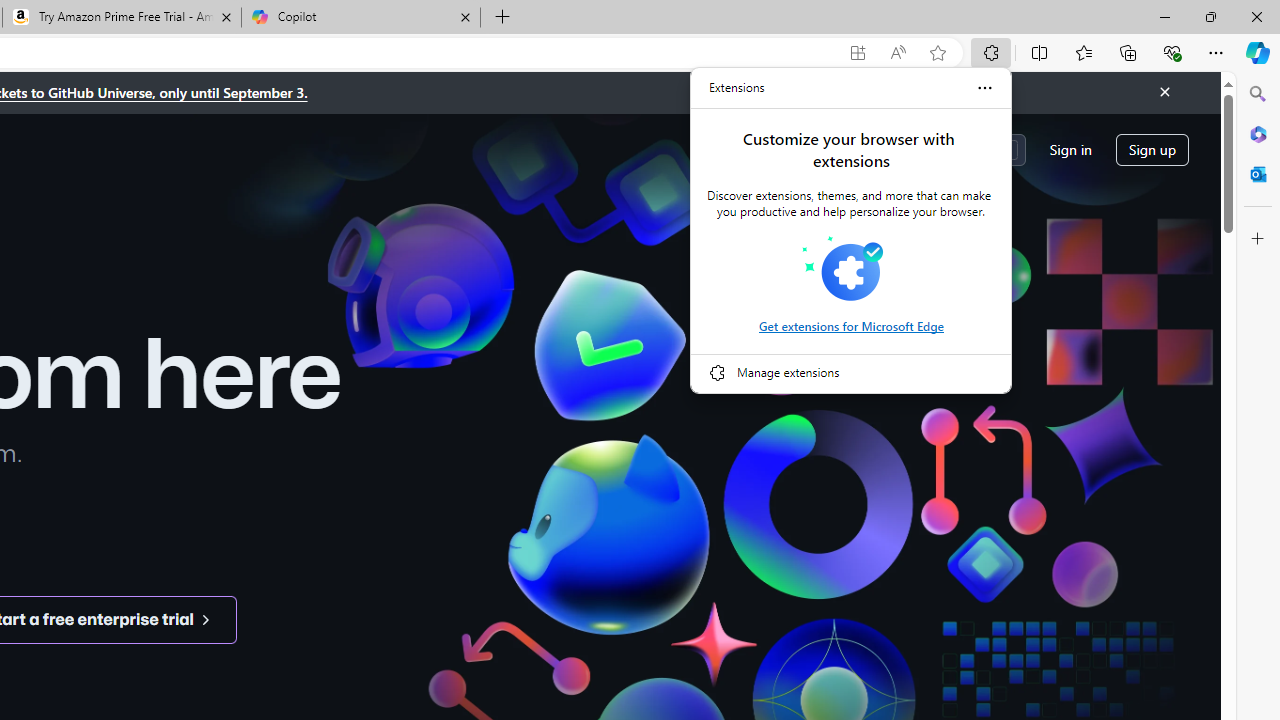  I want to click on 'Manage extensions', so click(851, 372).